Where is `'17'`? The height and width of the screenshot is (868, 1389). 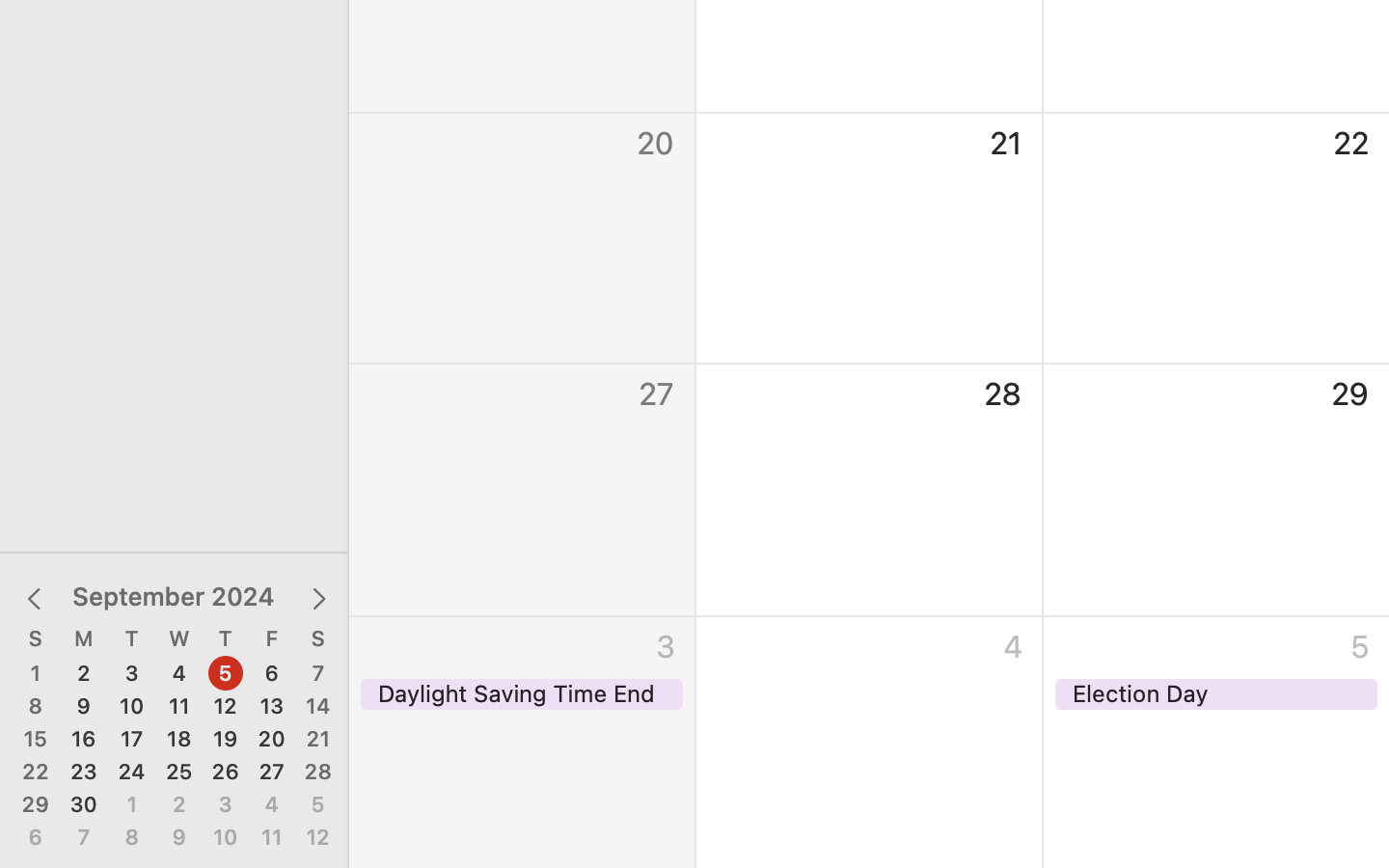
'17' is located at coordinates (130, 738).